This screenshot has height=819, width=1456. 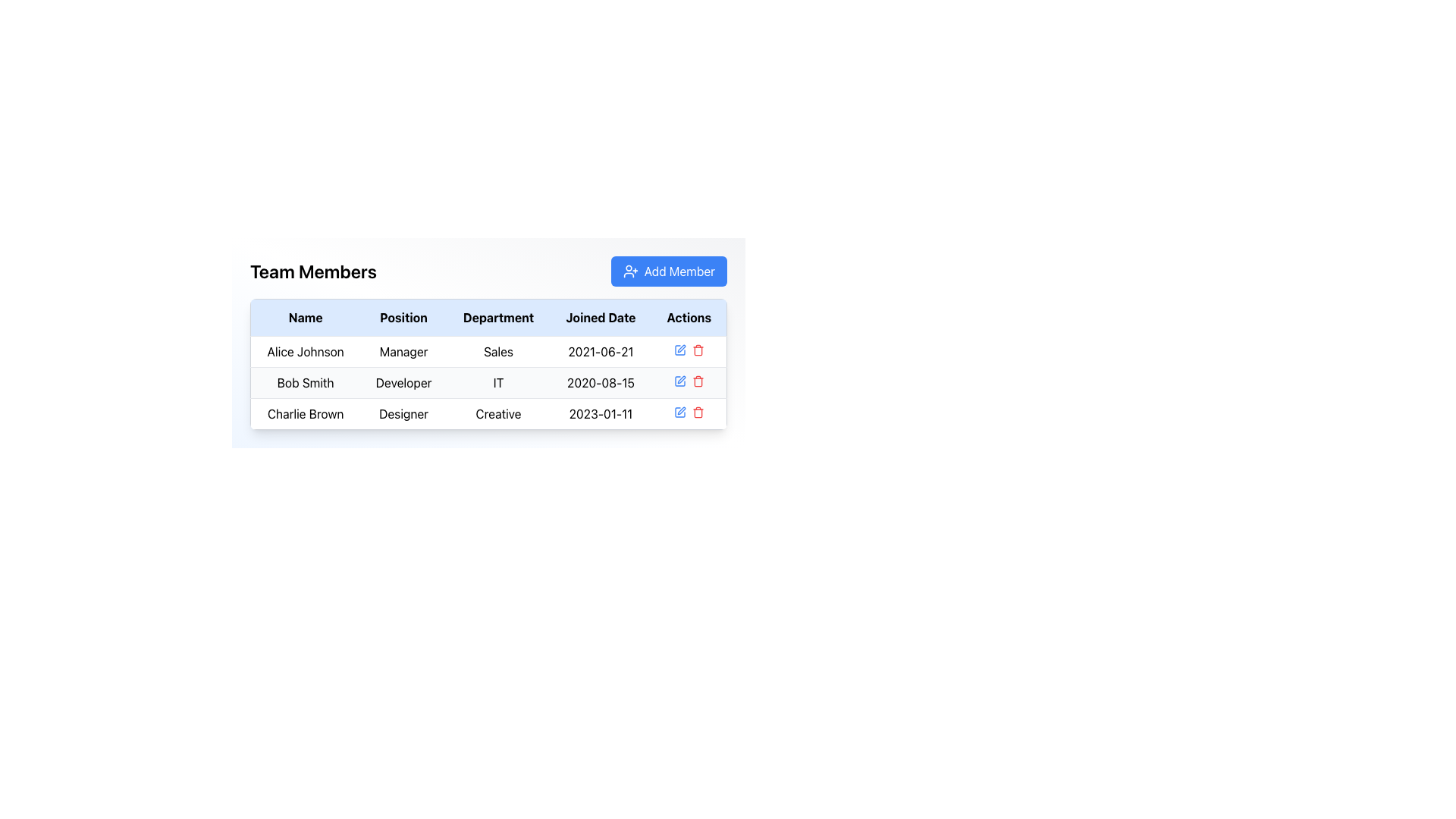 I want to click on the user icon with a plus sign, which is styled in white on a blue circular background, located to the left of the text 'Add Member' within the button labeled 'Add Member' in the top-right corner, so click(x=630, y=271).